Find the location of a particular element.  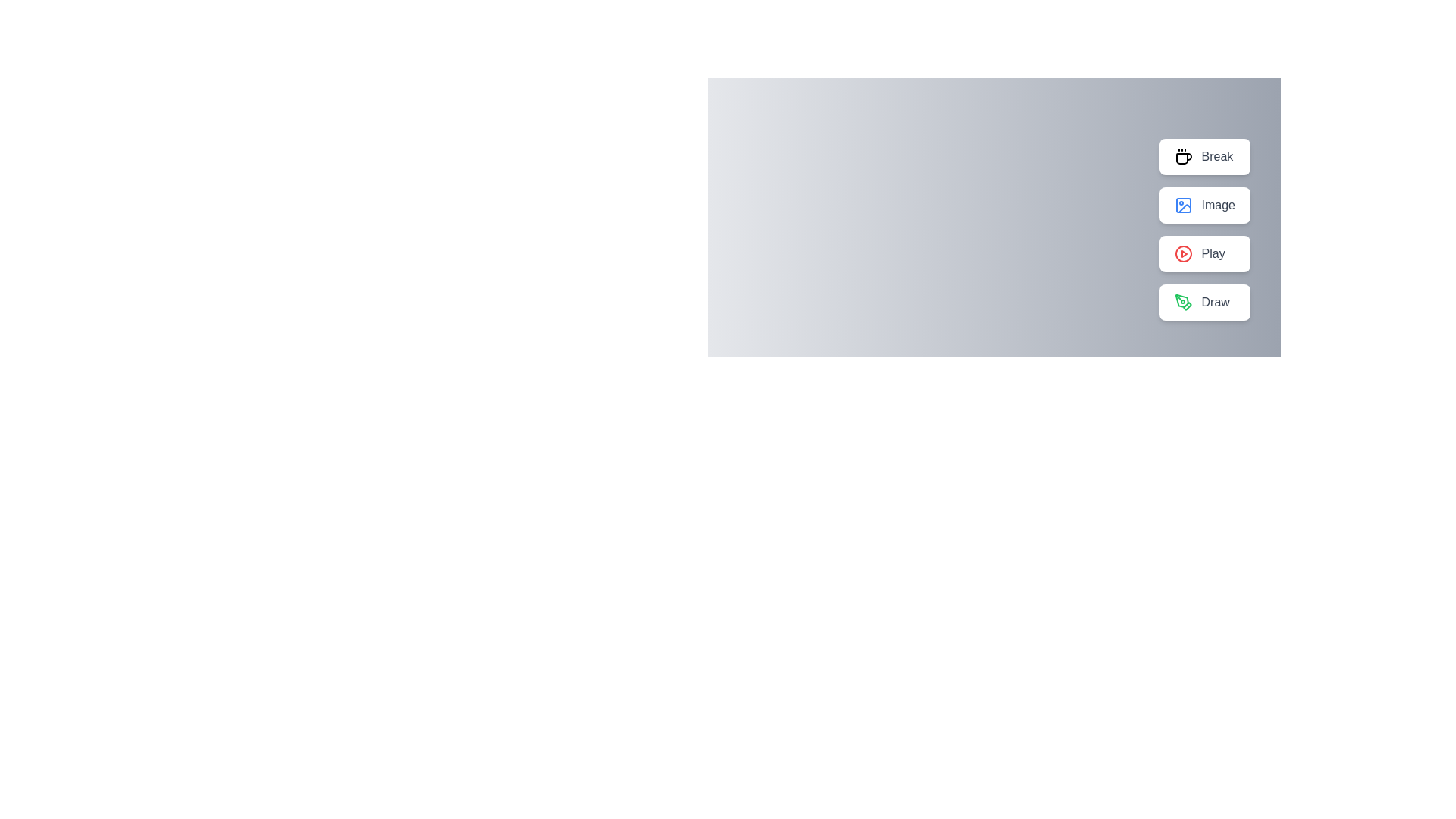

the action button labeled Break to observe hover effects is located at coordinates (1203, 157).